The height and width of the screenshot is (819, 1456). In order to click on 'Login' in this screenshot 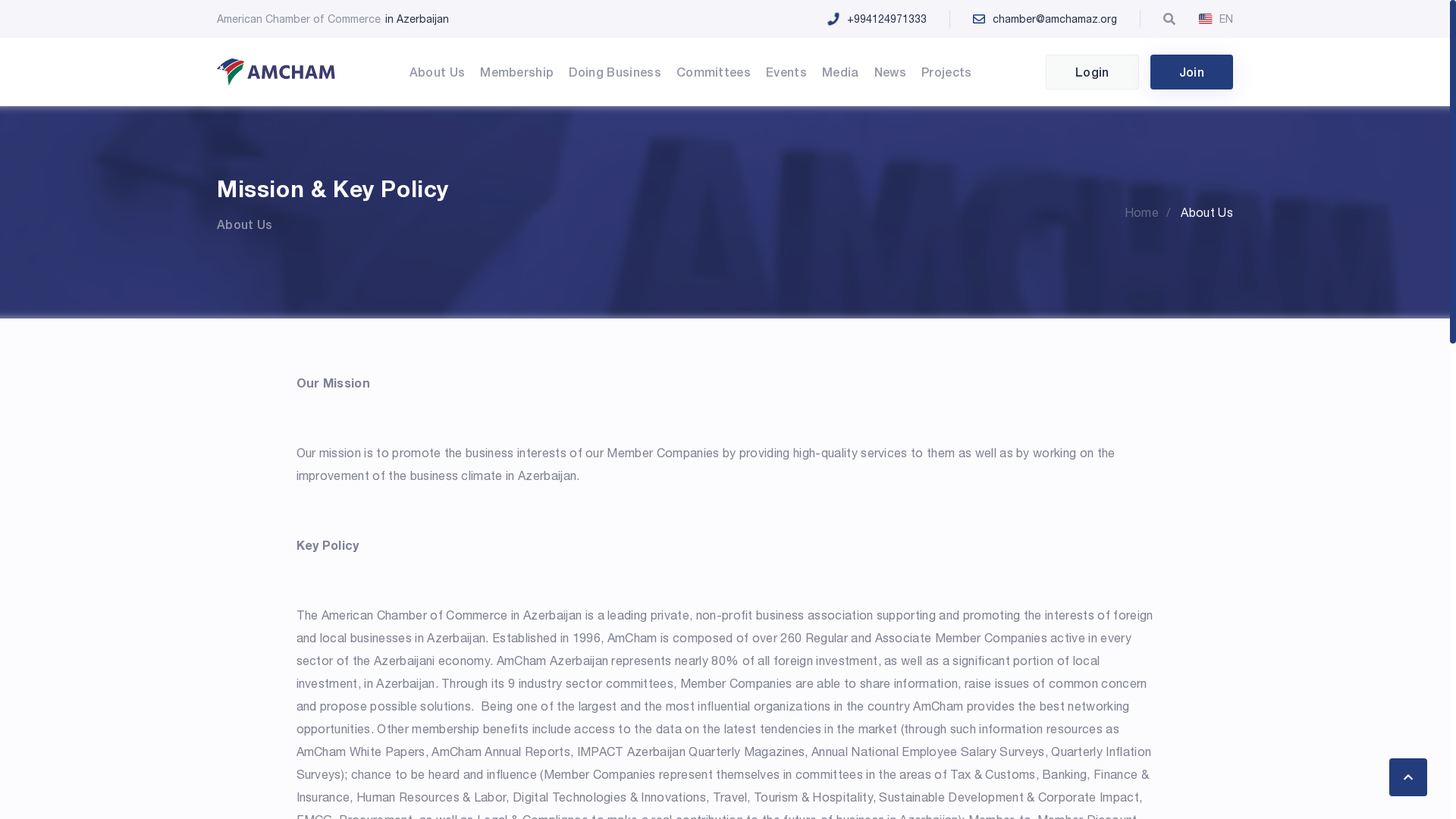, I will do `click(1044, 72)`.